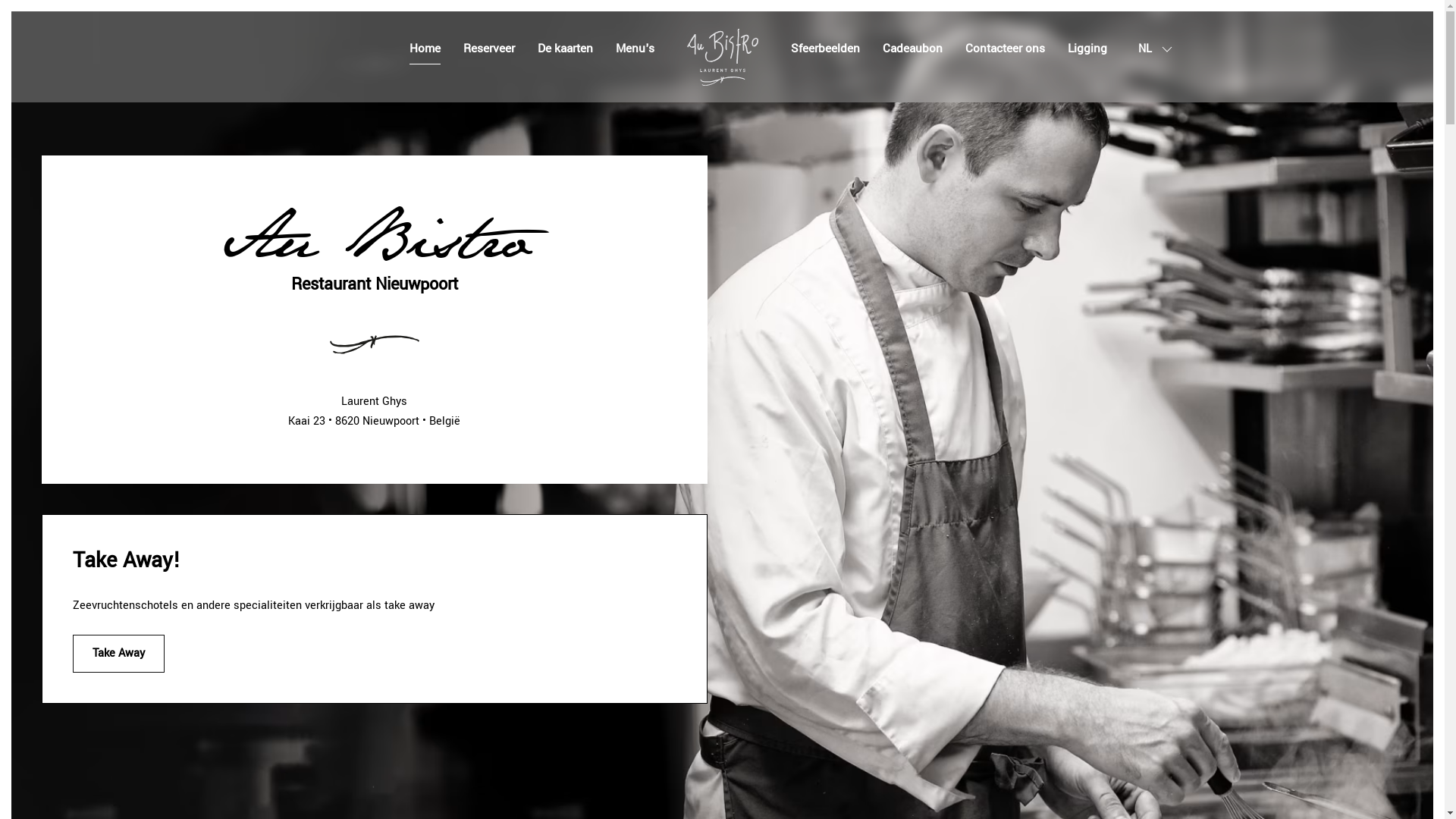 Image resolution: width=1456 pixels, height=819 pixels. Describe the element at coordinates (488, 49) in the screenshot. I see `'Reserveer'` at that location.